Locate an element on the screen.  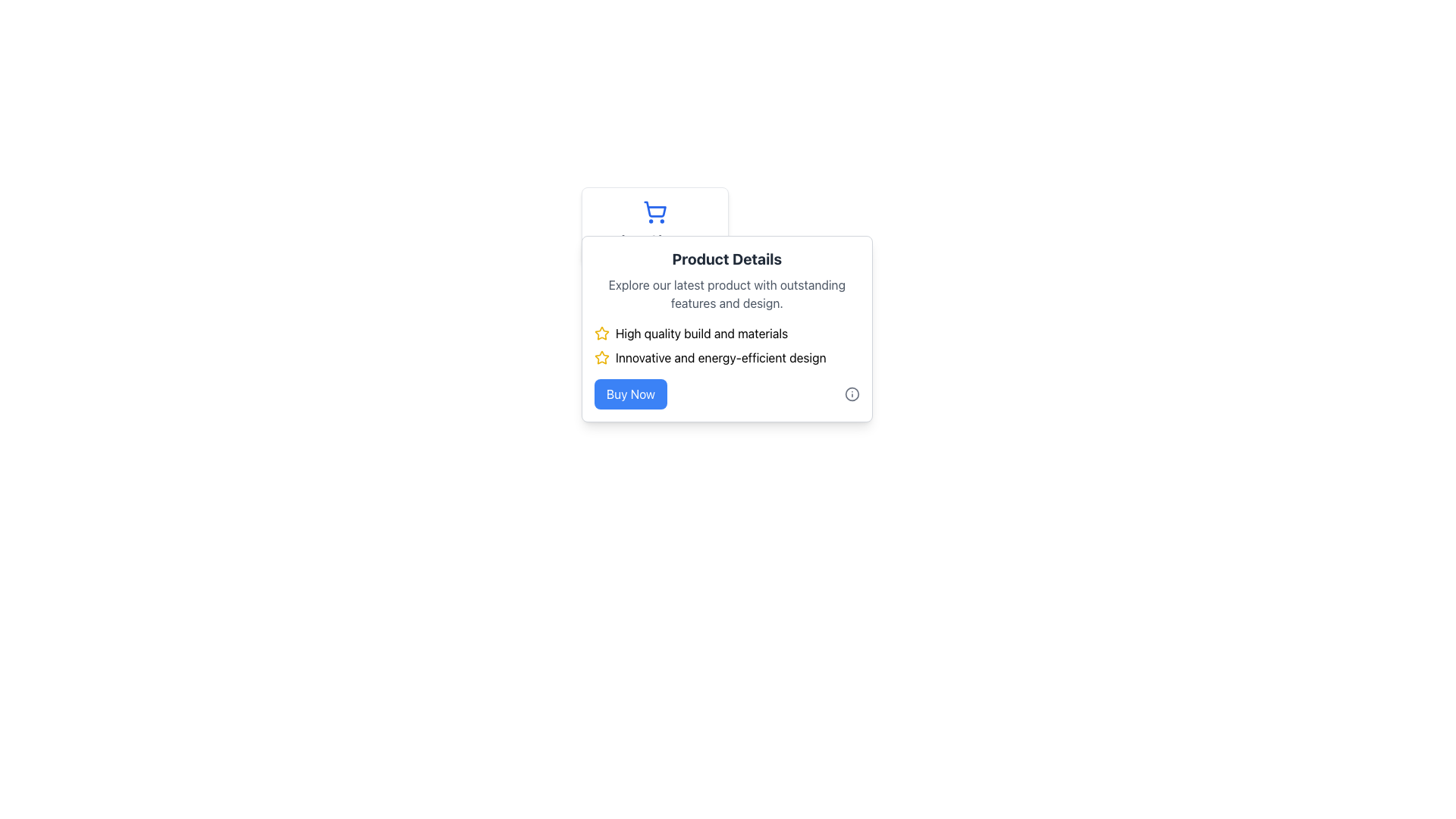
the shopping icon located at the top of the 'Product Showcase' card, which symbolizes purchasing and product display is located at coordinates (655, 212).